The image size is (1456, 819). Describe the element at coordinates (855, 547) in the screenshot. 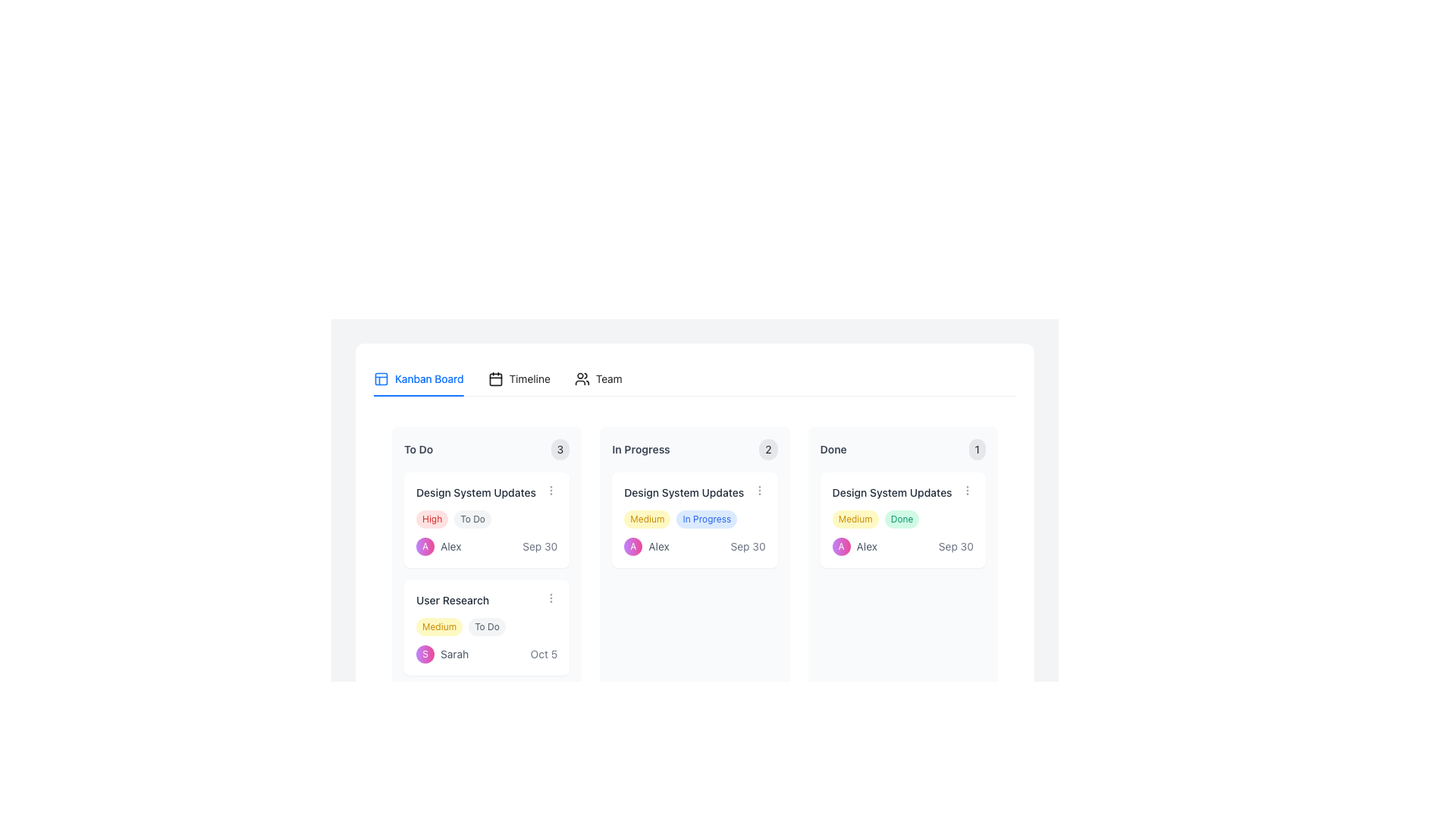

I see `the User identifier for user 'Alex' in the 'Done' column of the Kanban board, specifically in the card named 'Design System Updates', located next to the text 'Sep 30'` at that location.